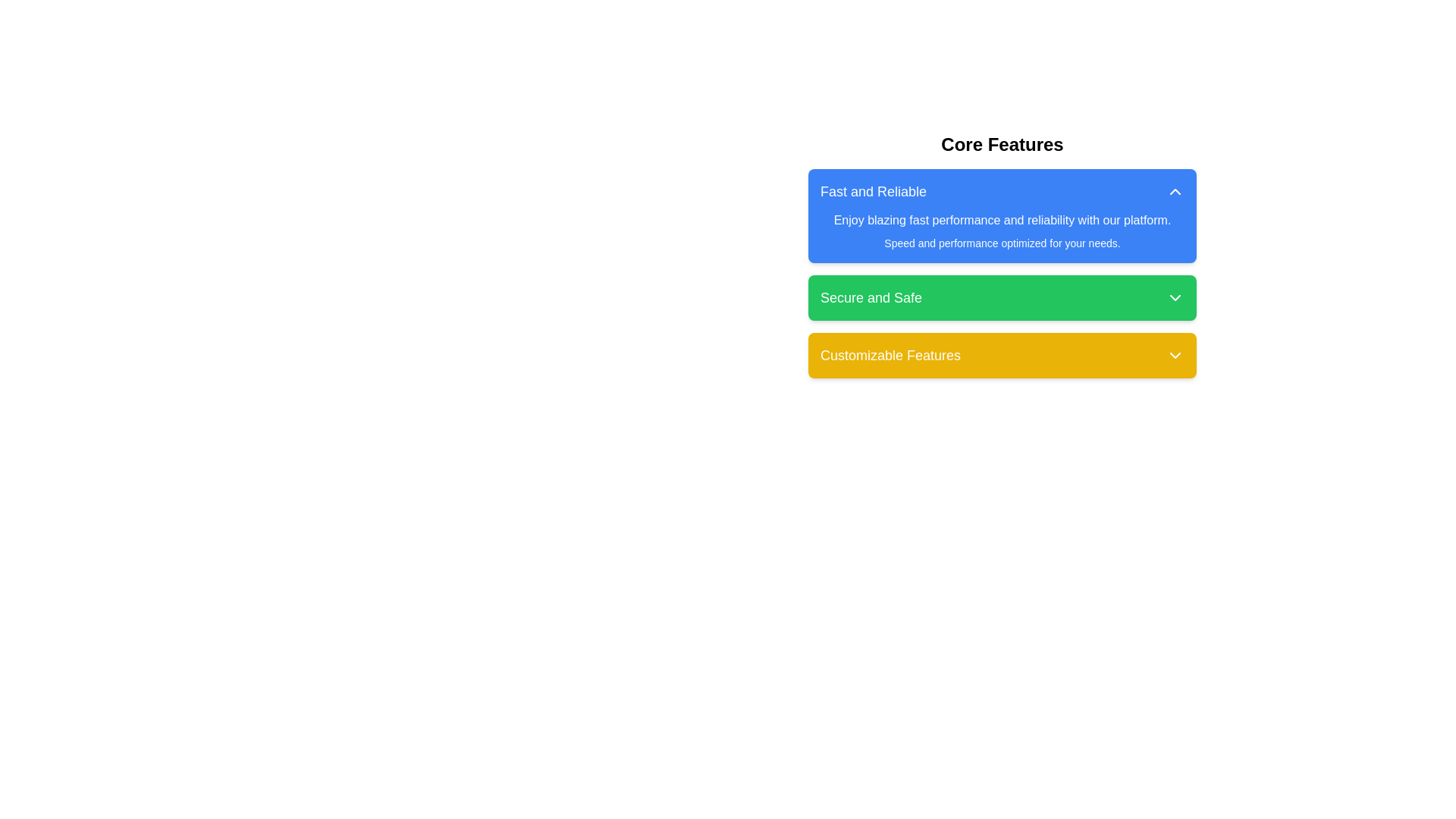 Image resolution: width=1456 pixels, height=819 pixels. Describe the element at coordinates (1002, 242) in the screenshot. I see `the text element displaying 'Speed and performance optimized for your needs.' located in the blue section under the 'Fast and Reliable' title` at that location.